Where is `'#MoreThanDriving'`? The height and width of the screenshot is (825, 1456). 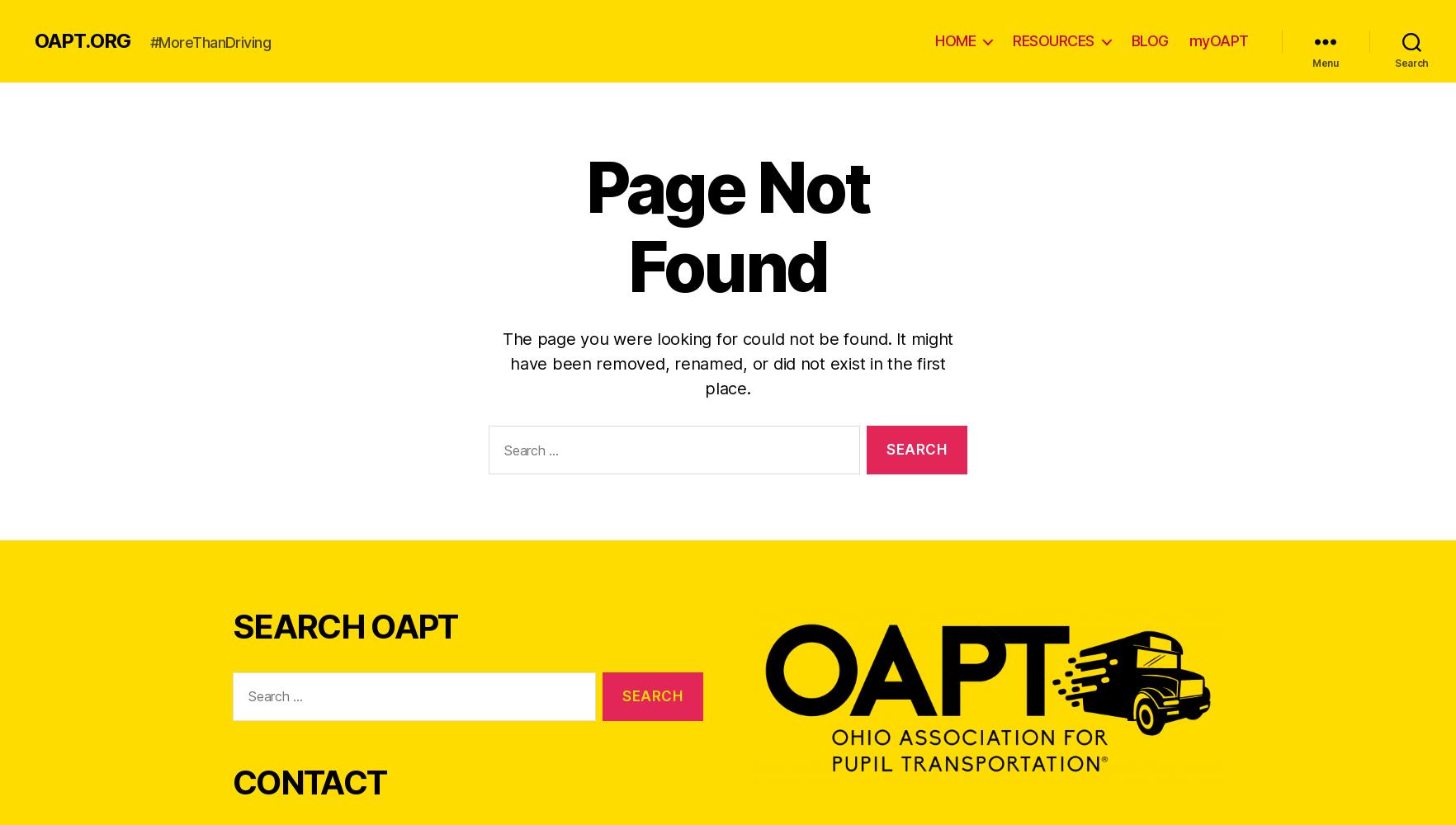 '#MoreThanDriving' is located at coordinates (150, 42).